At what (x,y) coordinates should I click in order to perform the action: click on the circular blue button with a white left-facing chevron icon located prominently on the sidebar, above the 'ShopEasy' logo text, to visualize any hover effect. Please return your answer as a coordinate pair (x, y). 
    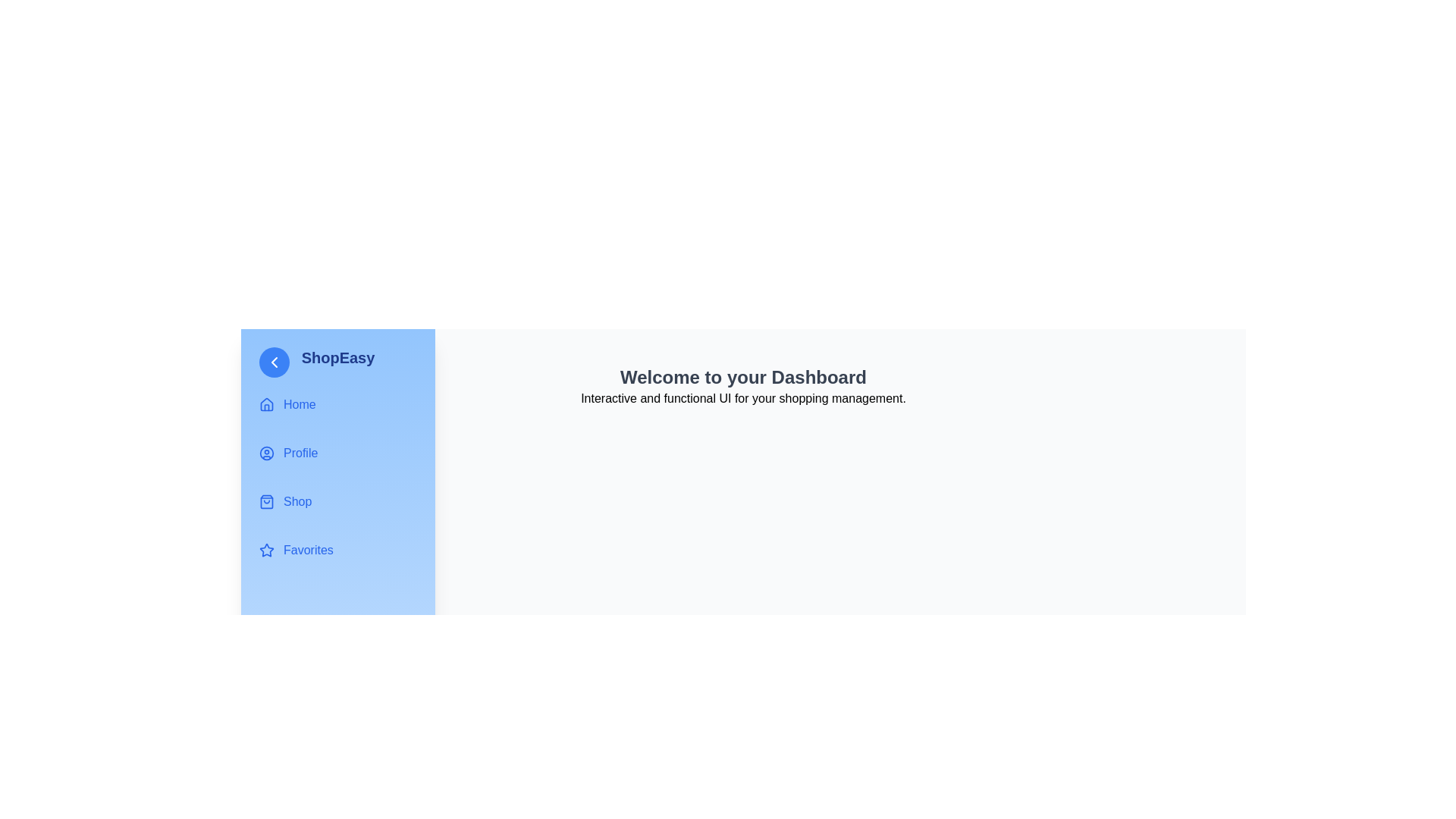
    Looking at the image, I should click on (274, 362).